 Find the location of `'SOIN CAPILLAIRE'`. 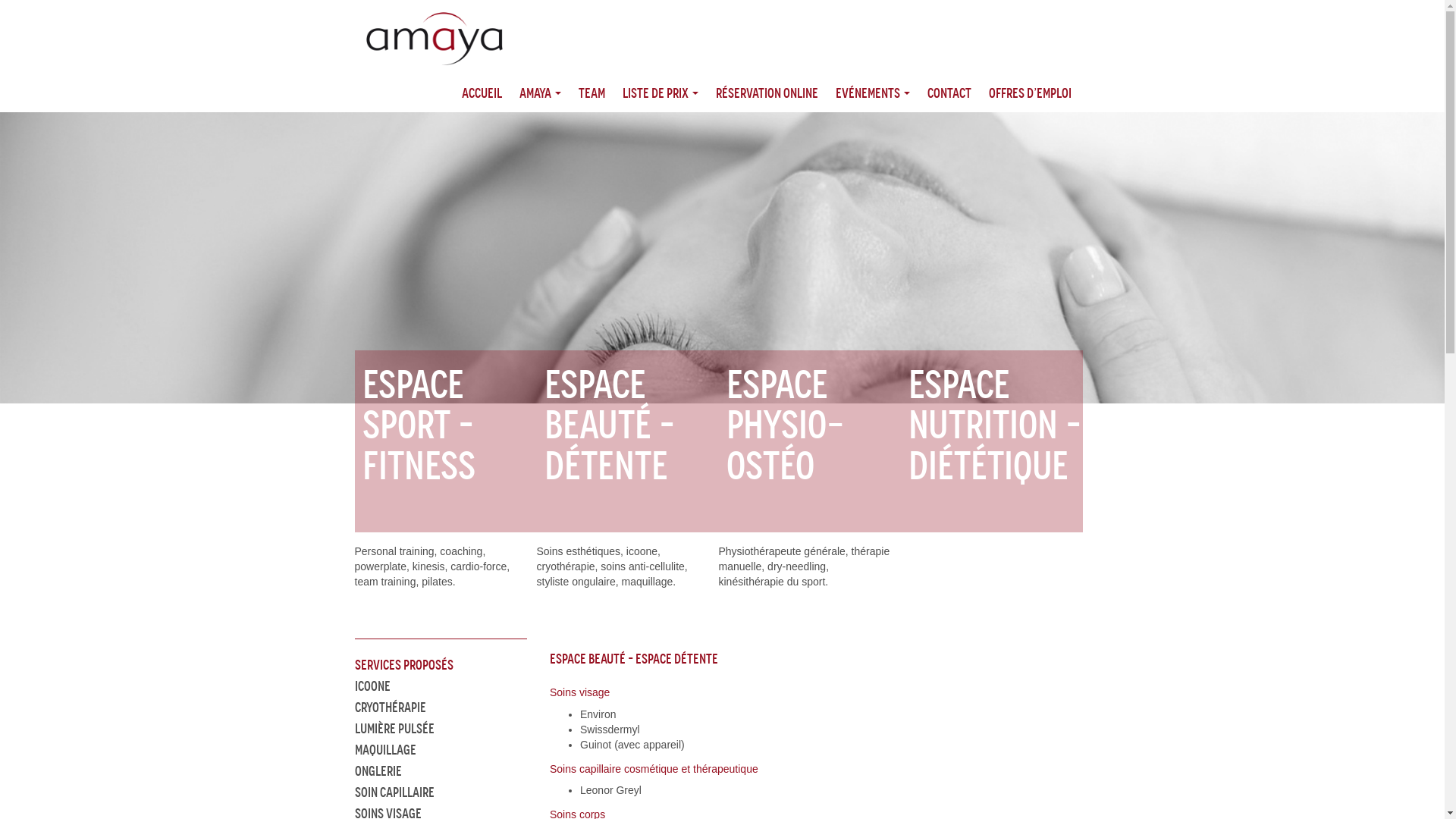

'SOIN CAPILLAIRE' is located at coordinates (394, 792).